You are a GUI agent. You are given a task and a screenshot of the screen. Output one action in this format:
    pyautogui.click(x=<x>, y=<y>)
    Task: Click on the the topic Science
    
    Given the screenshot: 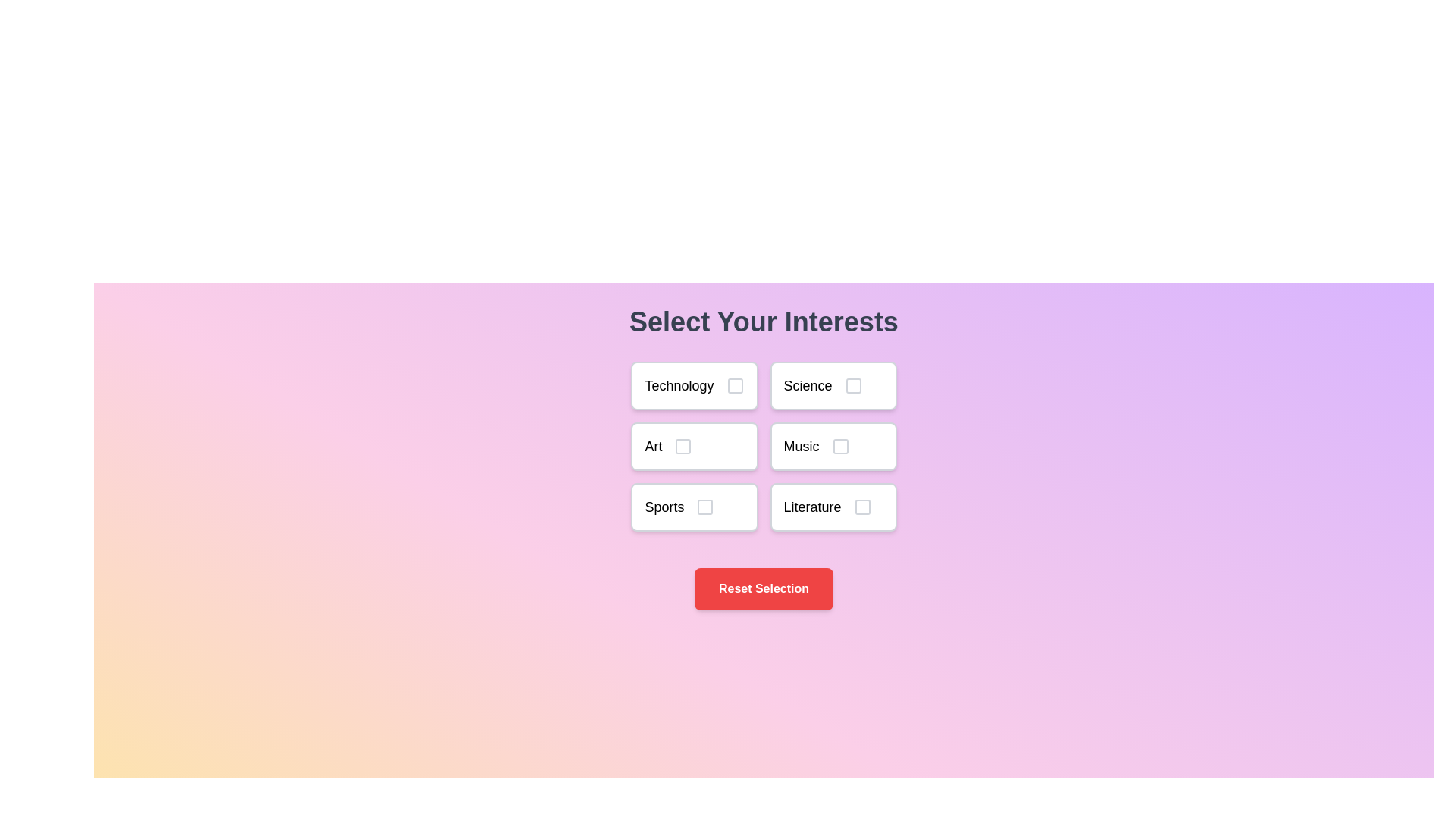 What is the action you would take?
    pyautogui.click(x=833, y=385)
    